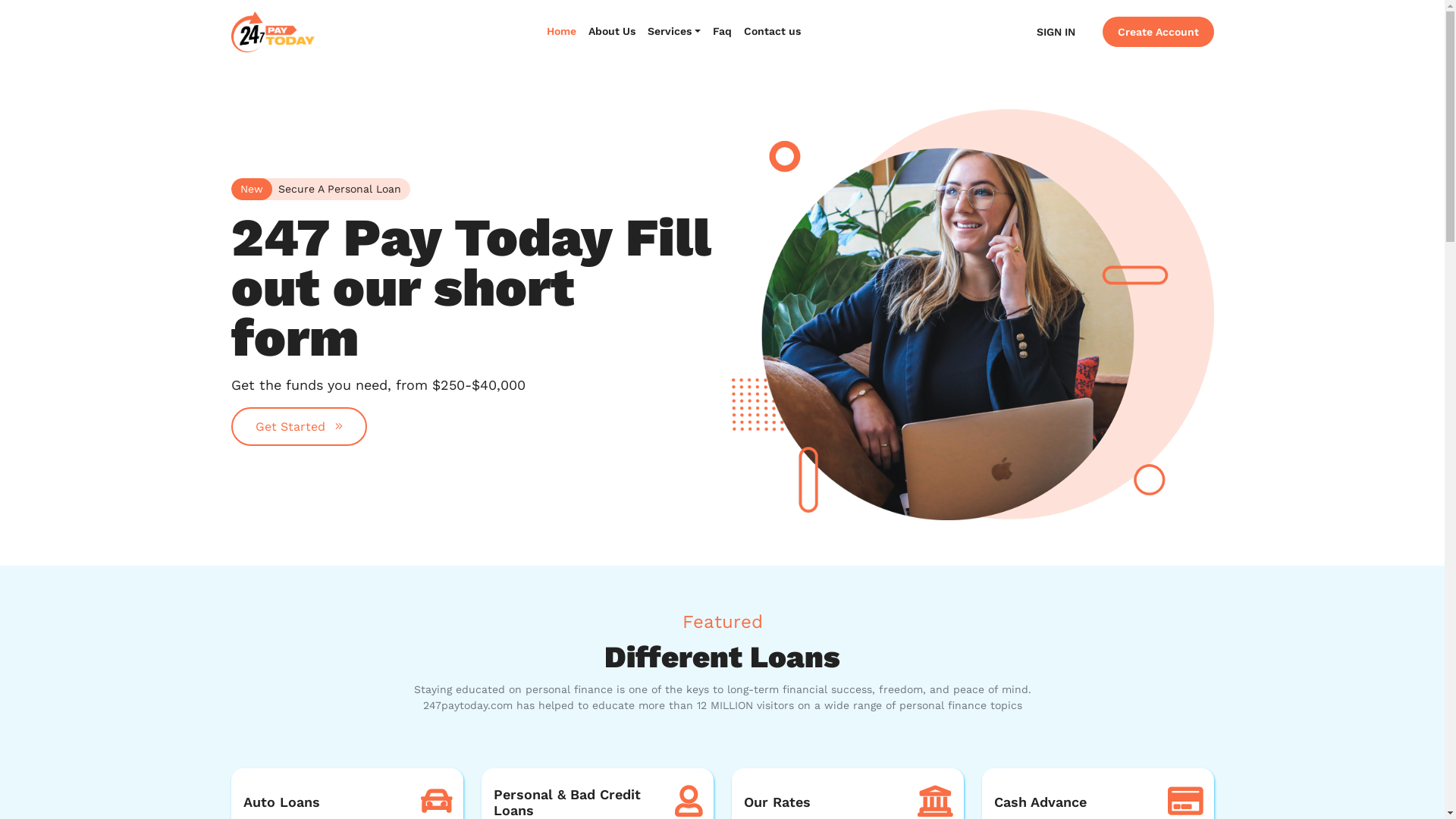 The width and height of the screenshot is (1456, 819). What do you see at coordinates (611, 31) in the screenshot?
I see `'About Us'` at bounding box center [611, 31].